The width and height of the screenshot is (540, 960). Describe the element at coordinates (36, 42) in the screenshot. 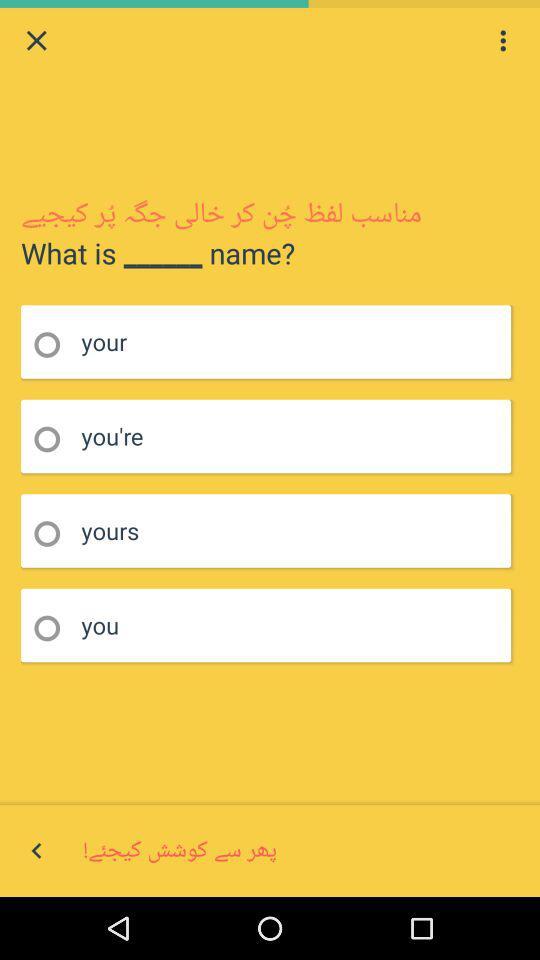

I see `the close icon` at that location.